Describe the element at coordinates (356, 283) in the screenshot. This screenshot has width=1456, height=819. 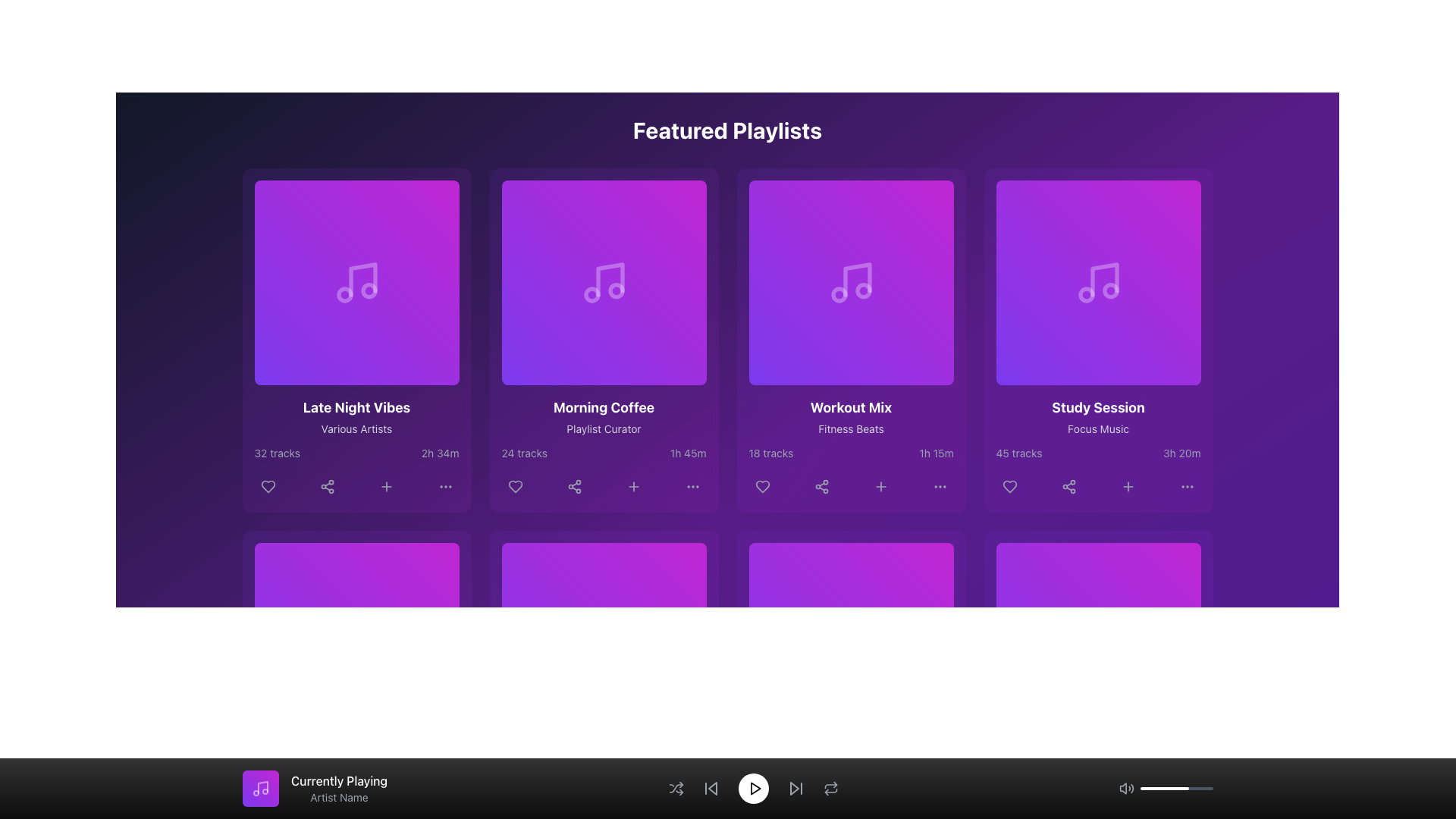
I see `the circular play button centered within the 'Late Night Vibes' playlist card` at that location.